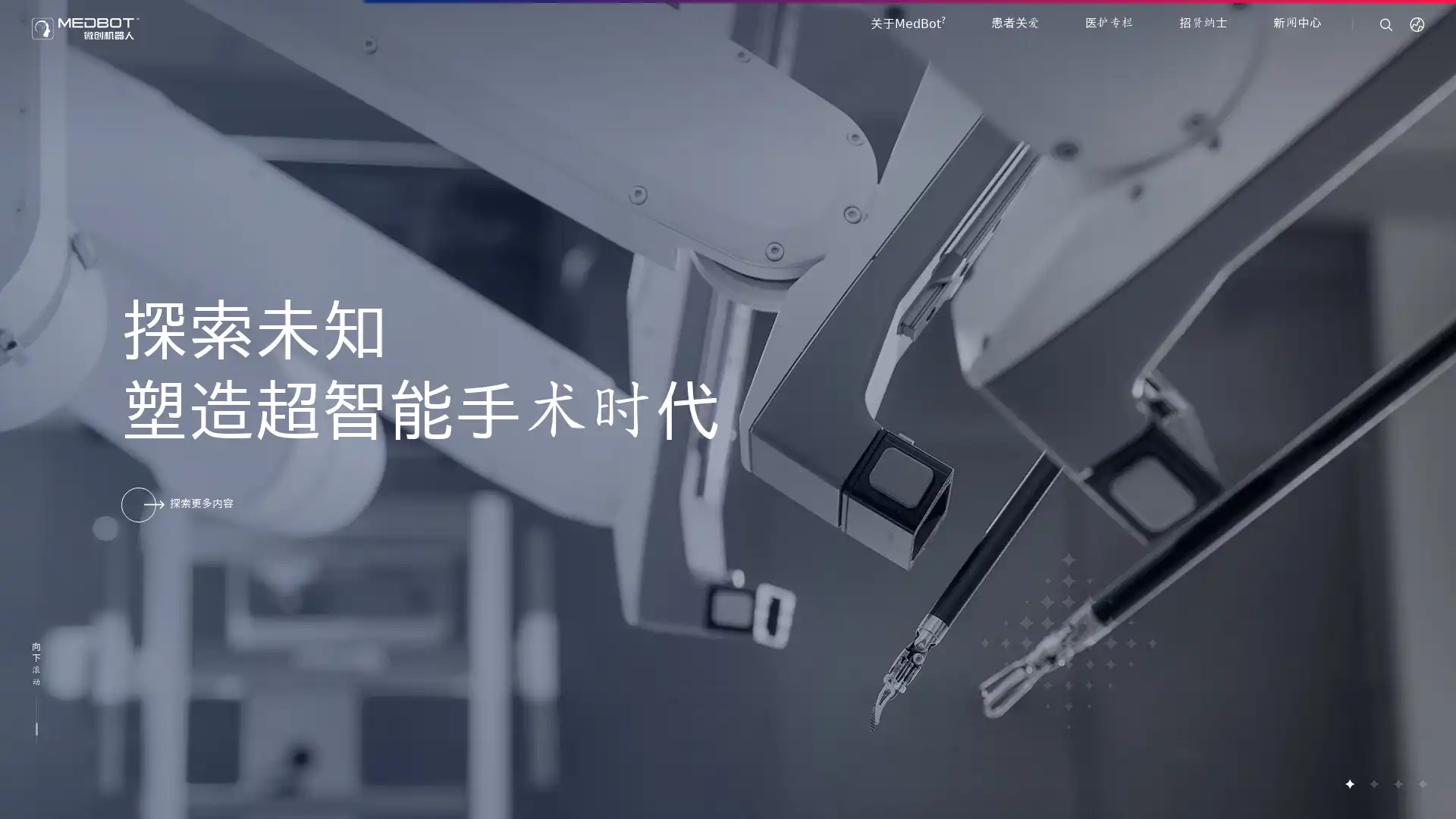 Image resolution: width=1456 pixels, height=819 pixels. Describe the element at coordinates (1373, 783) in the screenshot. I see `Go to slide 2` at that location.